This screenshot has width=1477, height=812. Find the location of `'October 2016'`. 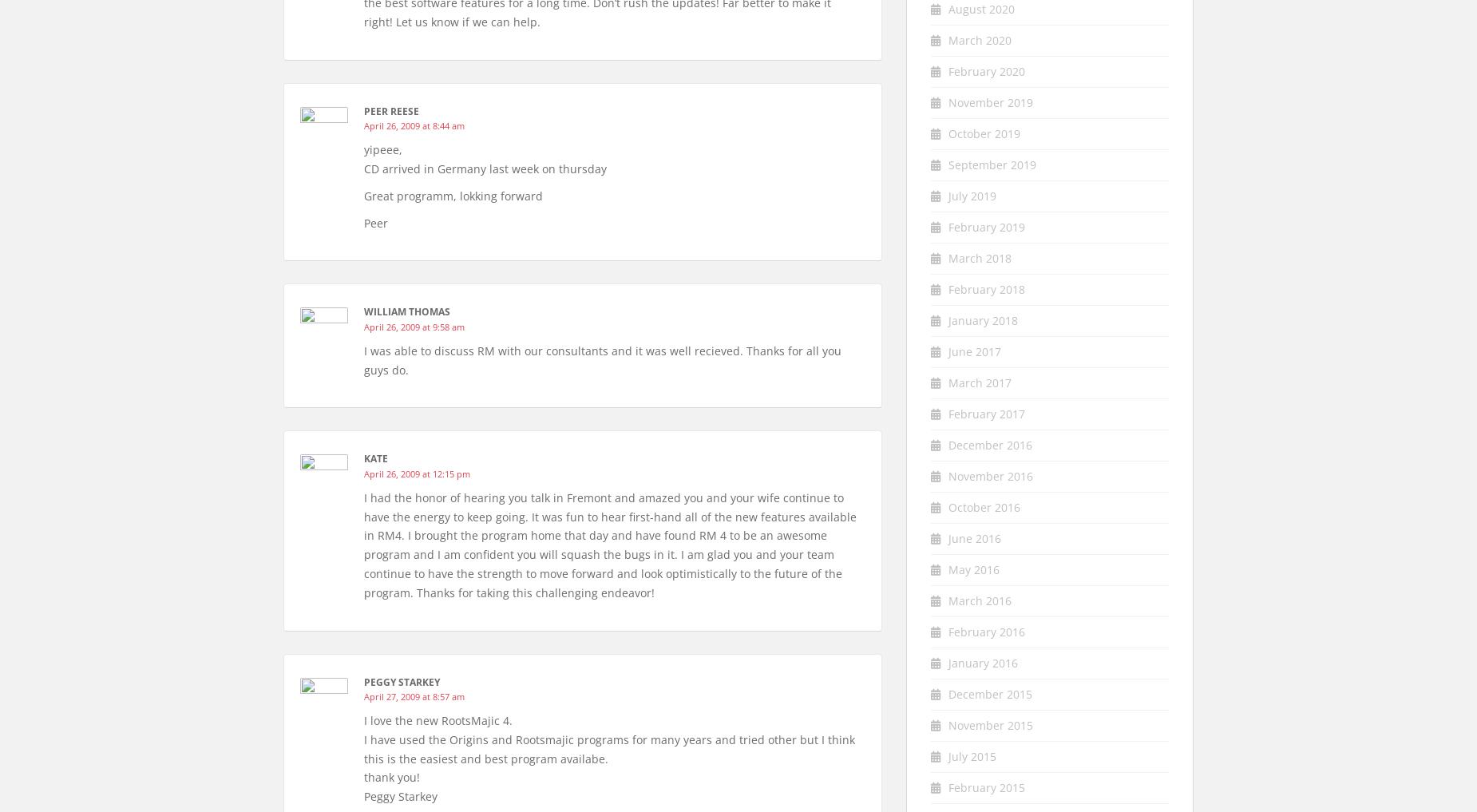

'October 2016' is located at coordinates (948, 506).